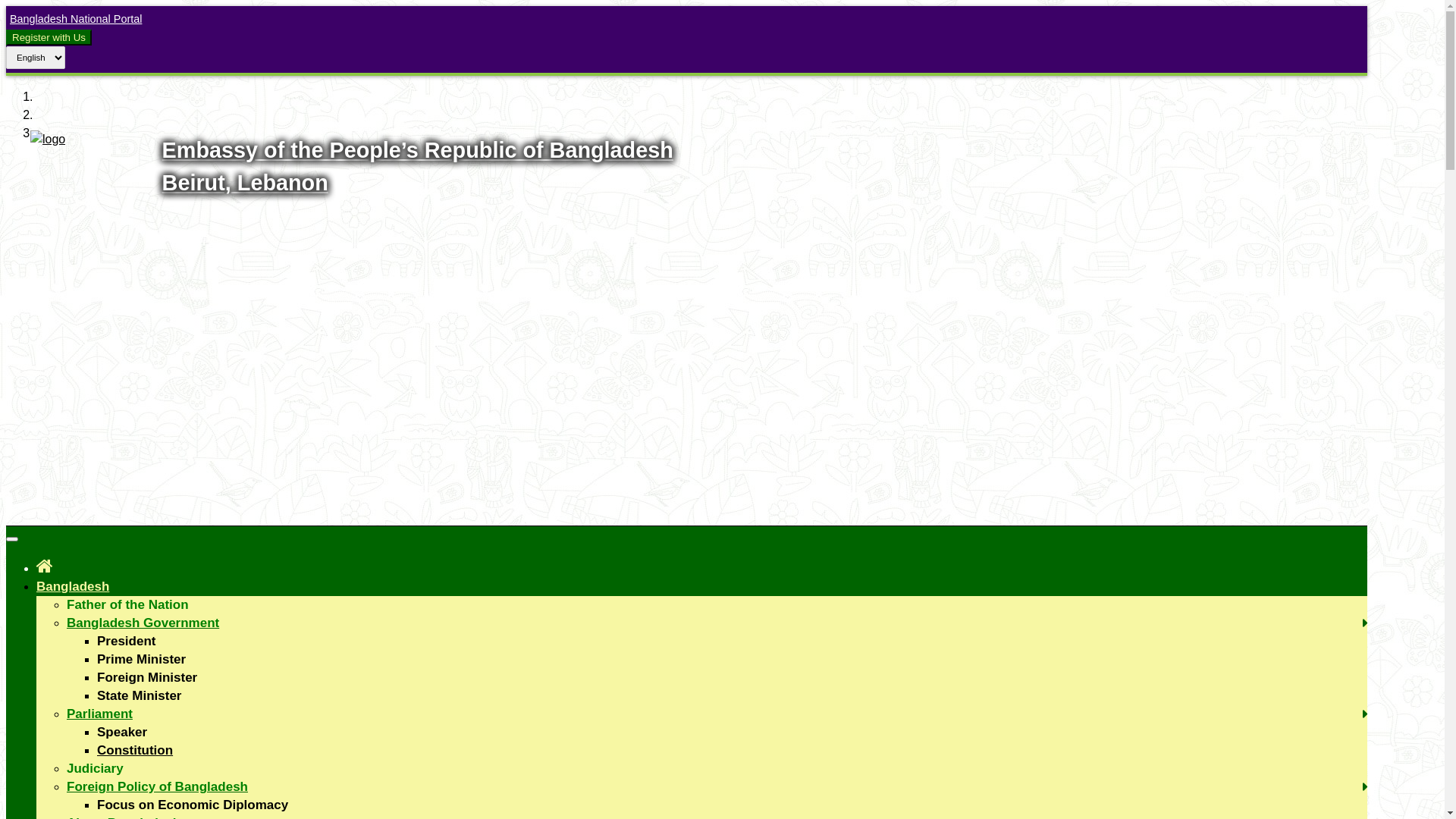  Describe the element at coordinates (6, 36) in the screenshot. I see `'Register with Us'` at that location.